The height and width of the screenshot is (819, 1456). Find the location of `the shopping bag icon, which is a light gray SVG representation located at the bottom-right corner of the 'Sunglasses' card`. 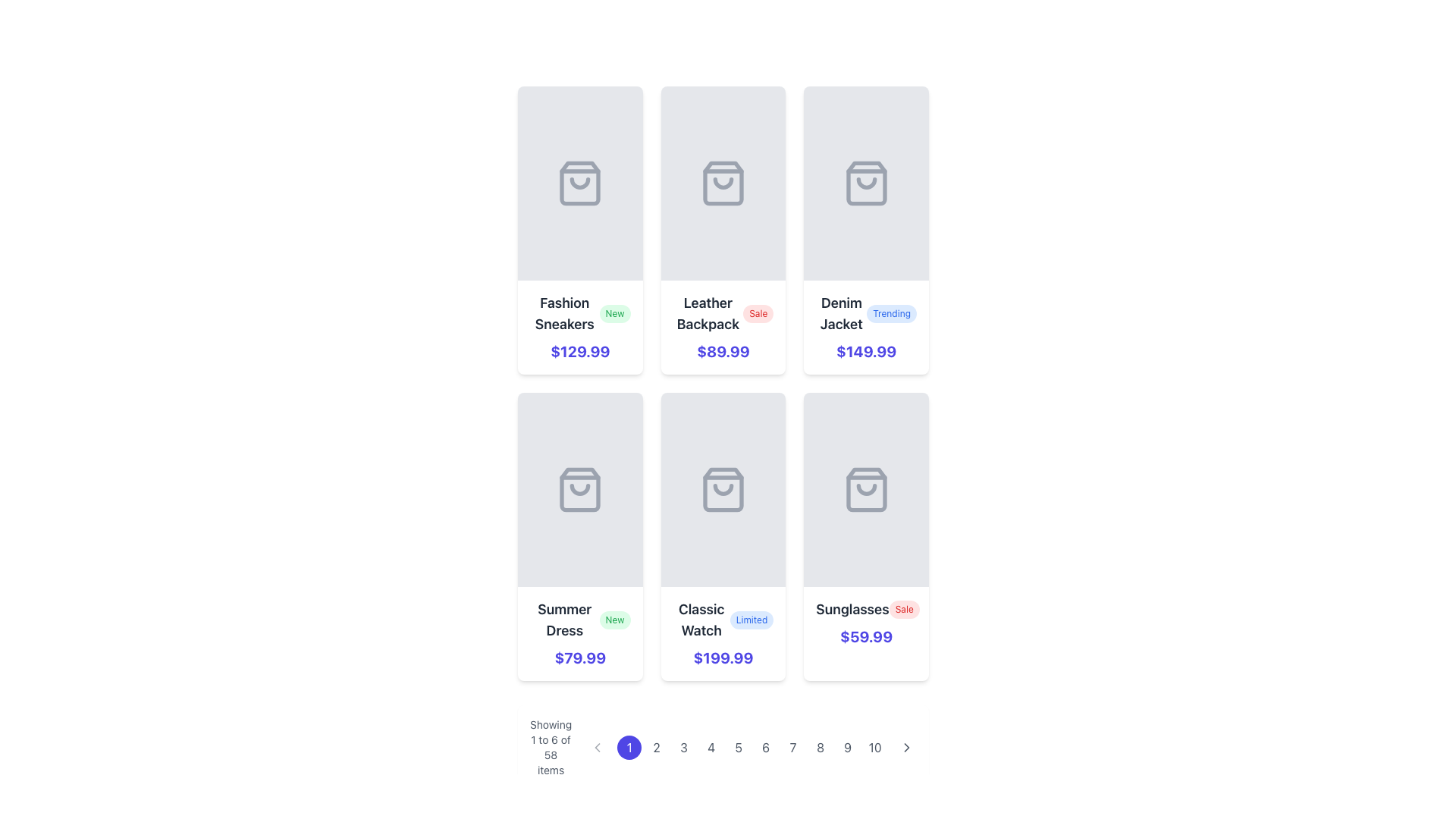

the shopping bag icon, which is a light gray SVG representation located at the bottom-right corner of the 'Sunglasses' card is located at coordinates (866, 489).